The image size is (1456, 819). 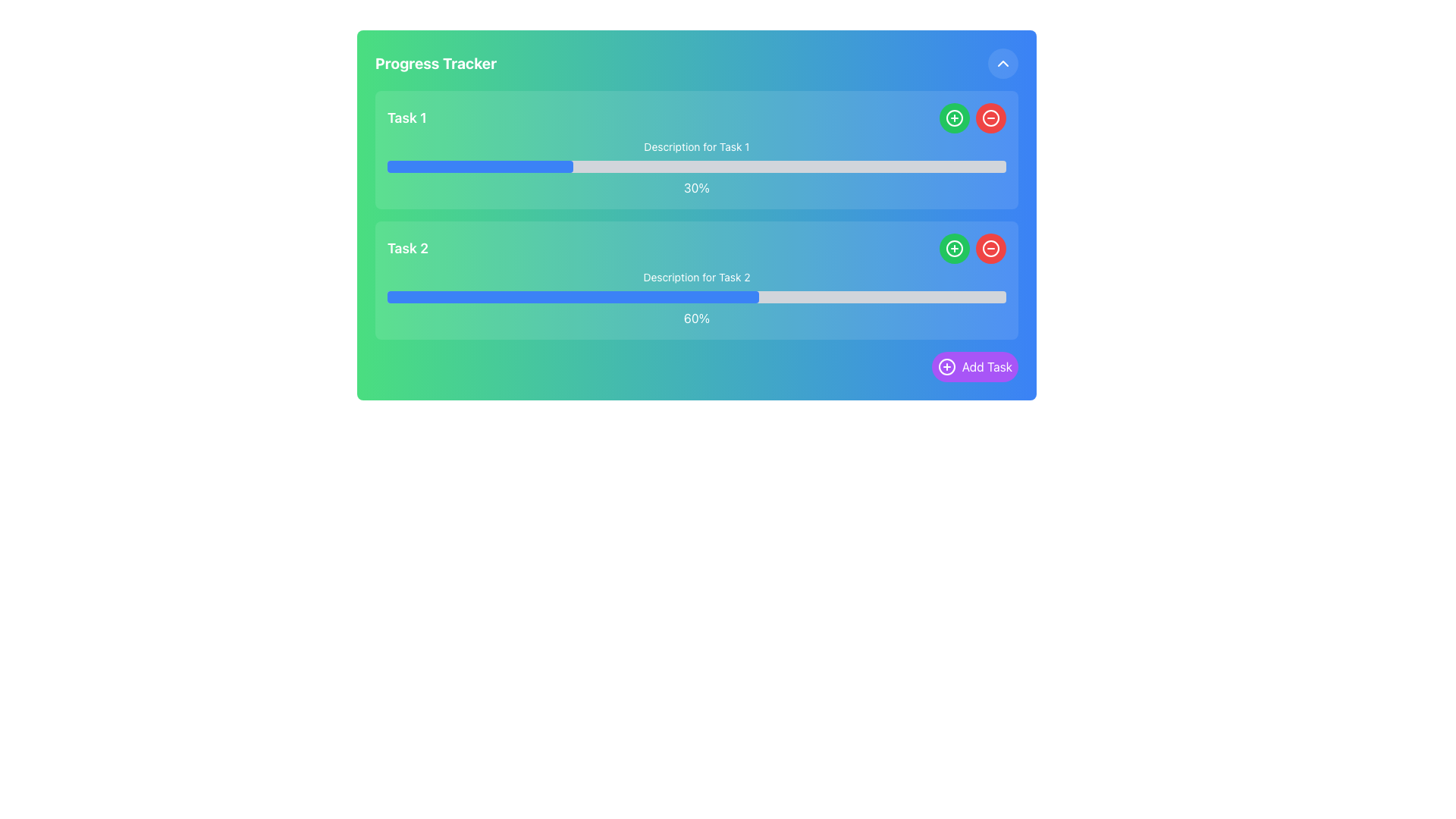 What do you see at coordinates (479, 166) in the screenshot?
I see `the Progress Bar, which is a horizontal blue bar with rounded corners located within a gray rectangular area under the heading 'Task 1' in the 'Progress Tracker' section` at bounding box center [479, 166].